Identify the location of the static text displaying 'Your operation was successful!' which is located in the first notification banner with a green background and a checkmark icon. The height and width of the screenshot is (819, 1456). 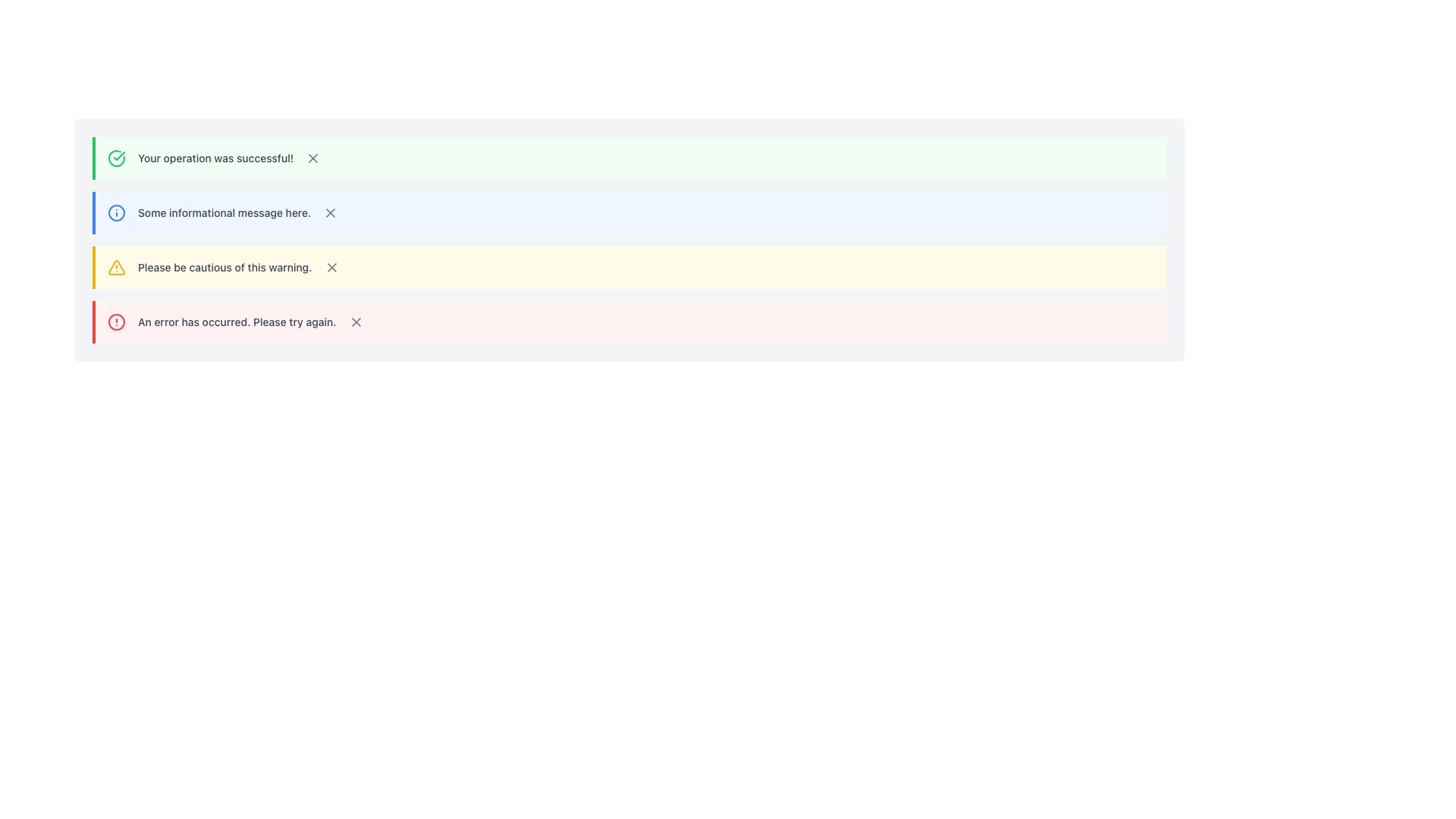
(215, 158).